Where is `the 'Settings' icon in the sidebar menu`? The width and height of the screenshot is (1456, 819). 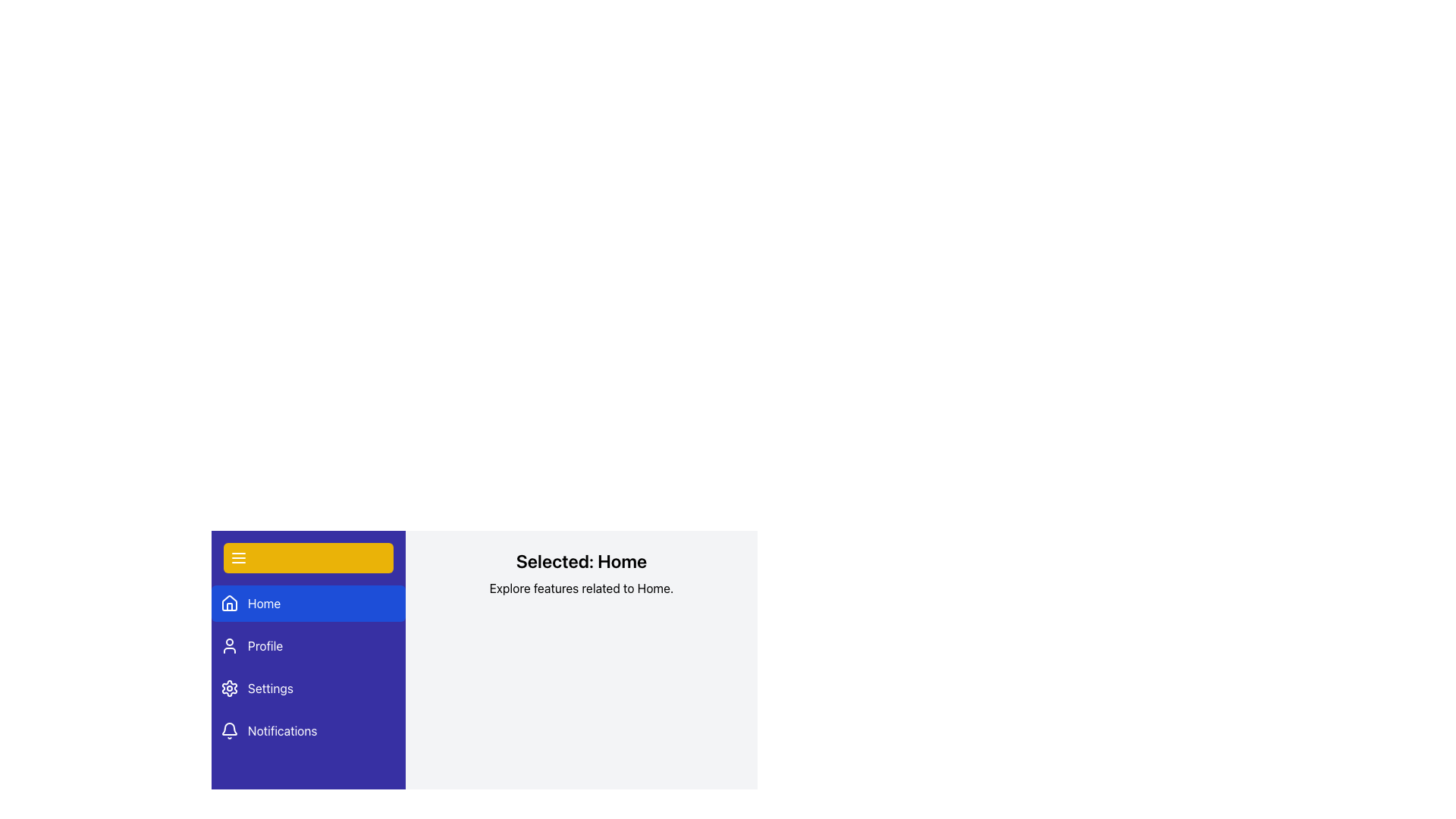
the 'Settings' icon in the sidebar menu is located at coordinates (228, 688).